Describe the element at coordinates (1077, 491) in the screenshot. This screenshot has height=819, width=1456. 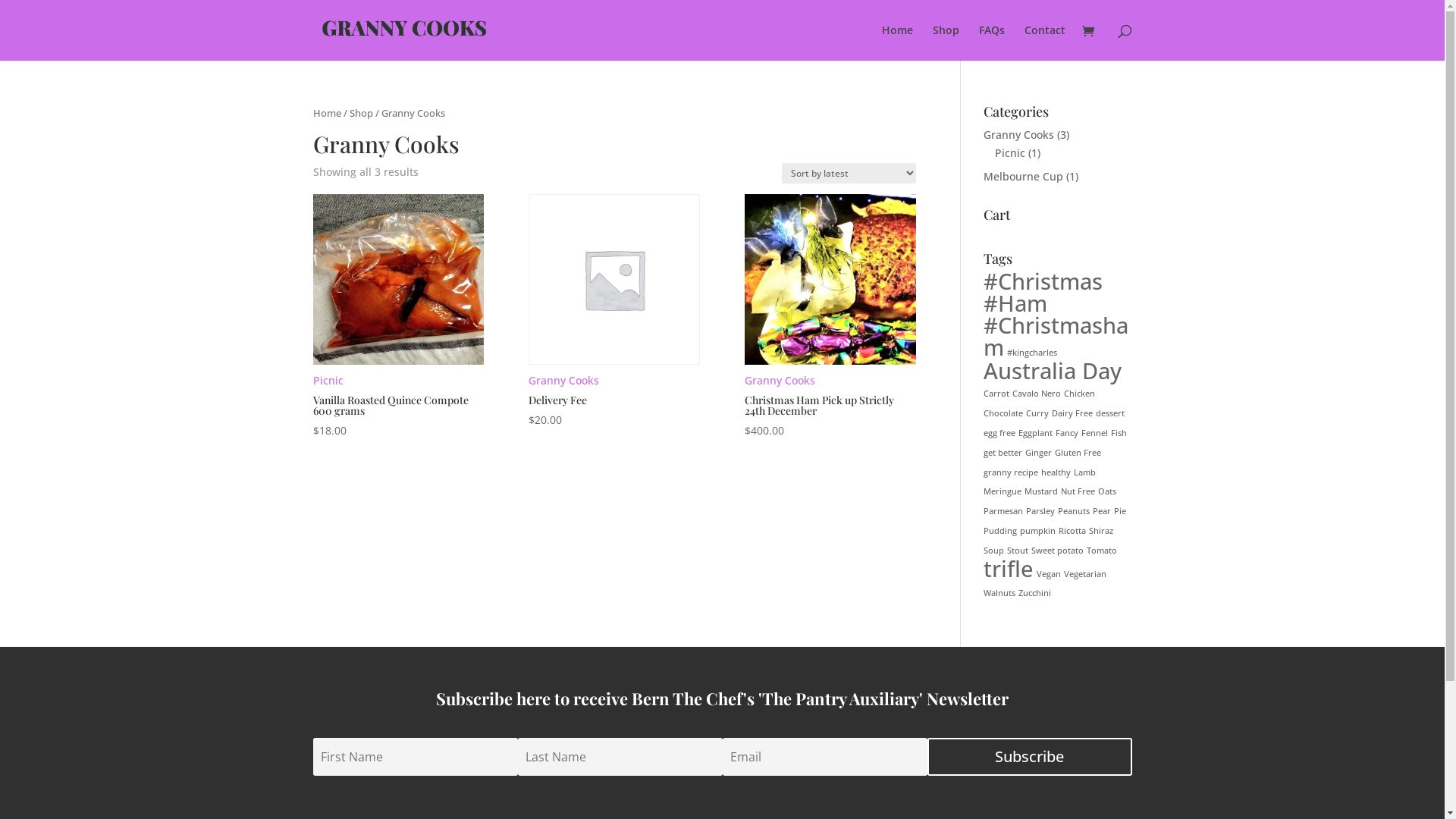
I see `'Nut Free'` at that location.